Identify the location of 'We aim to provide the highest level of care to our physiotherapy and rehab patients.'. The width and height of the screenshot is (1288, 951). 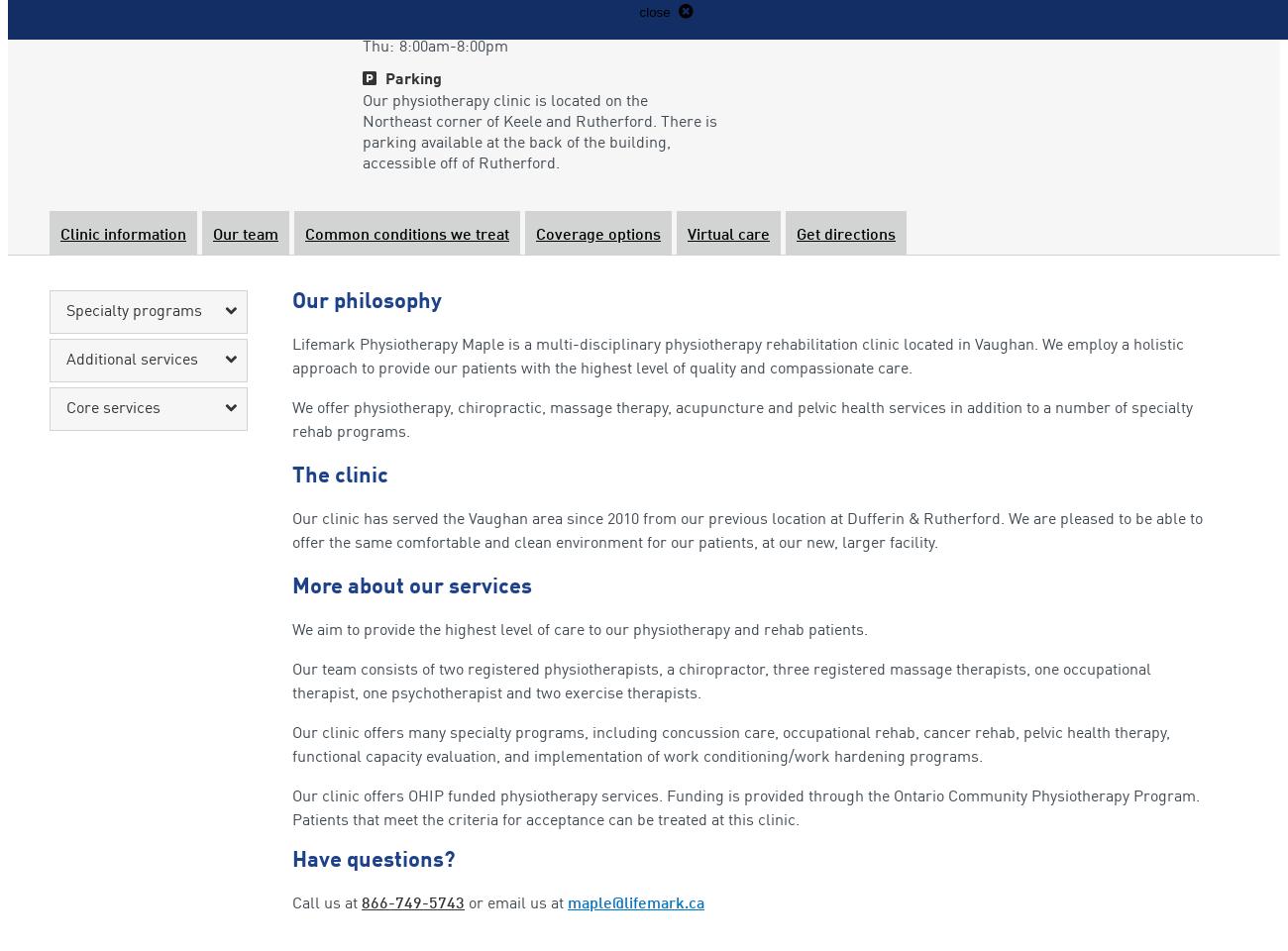
(291, 629).